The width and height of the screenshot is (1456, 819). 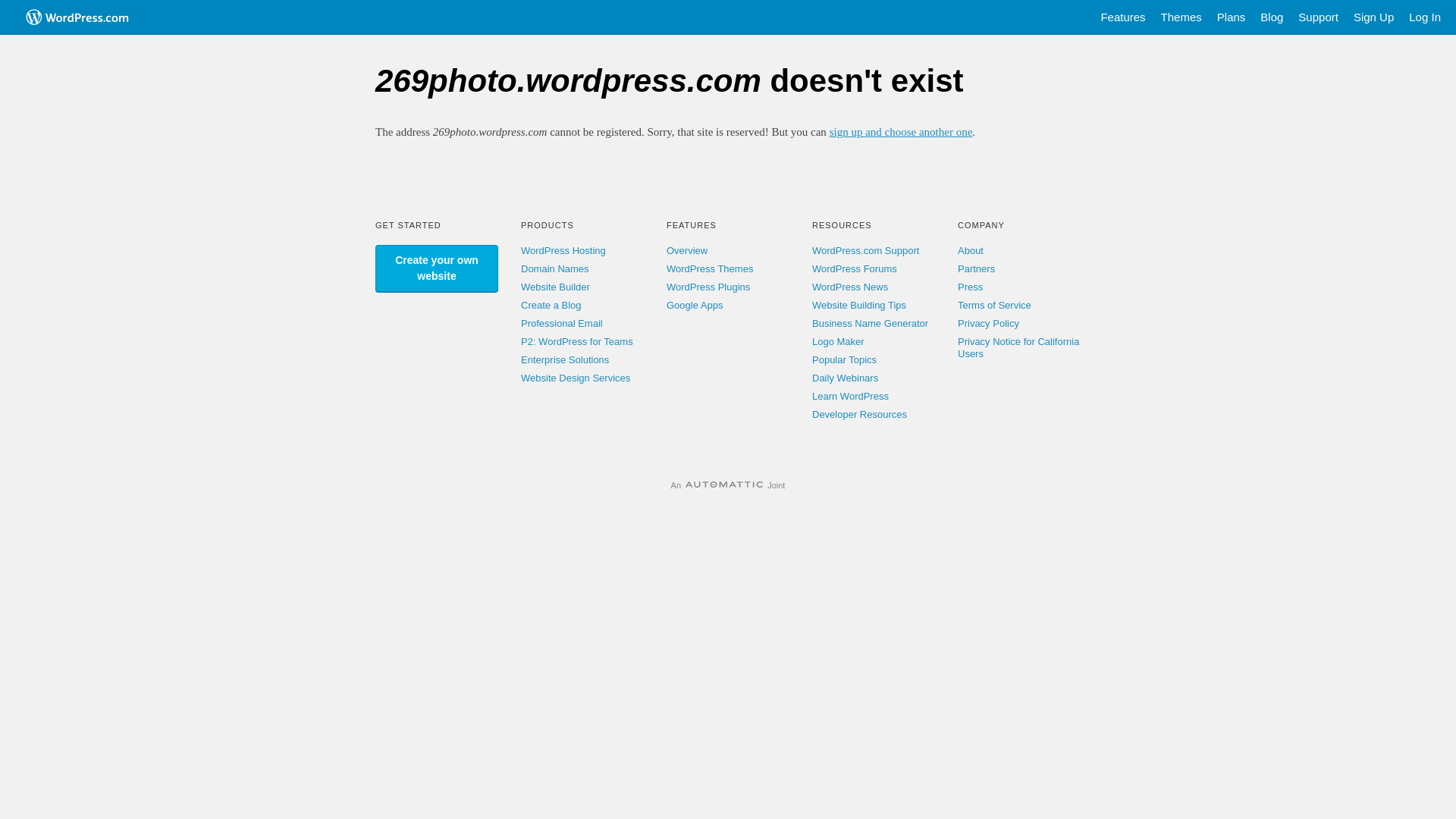 What do you see at coordinates (574, 377) in the screenshot?
I see `'Website Design Services'` at bounding box center [574, 377].